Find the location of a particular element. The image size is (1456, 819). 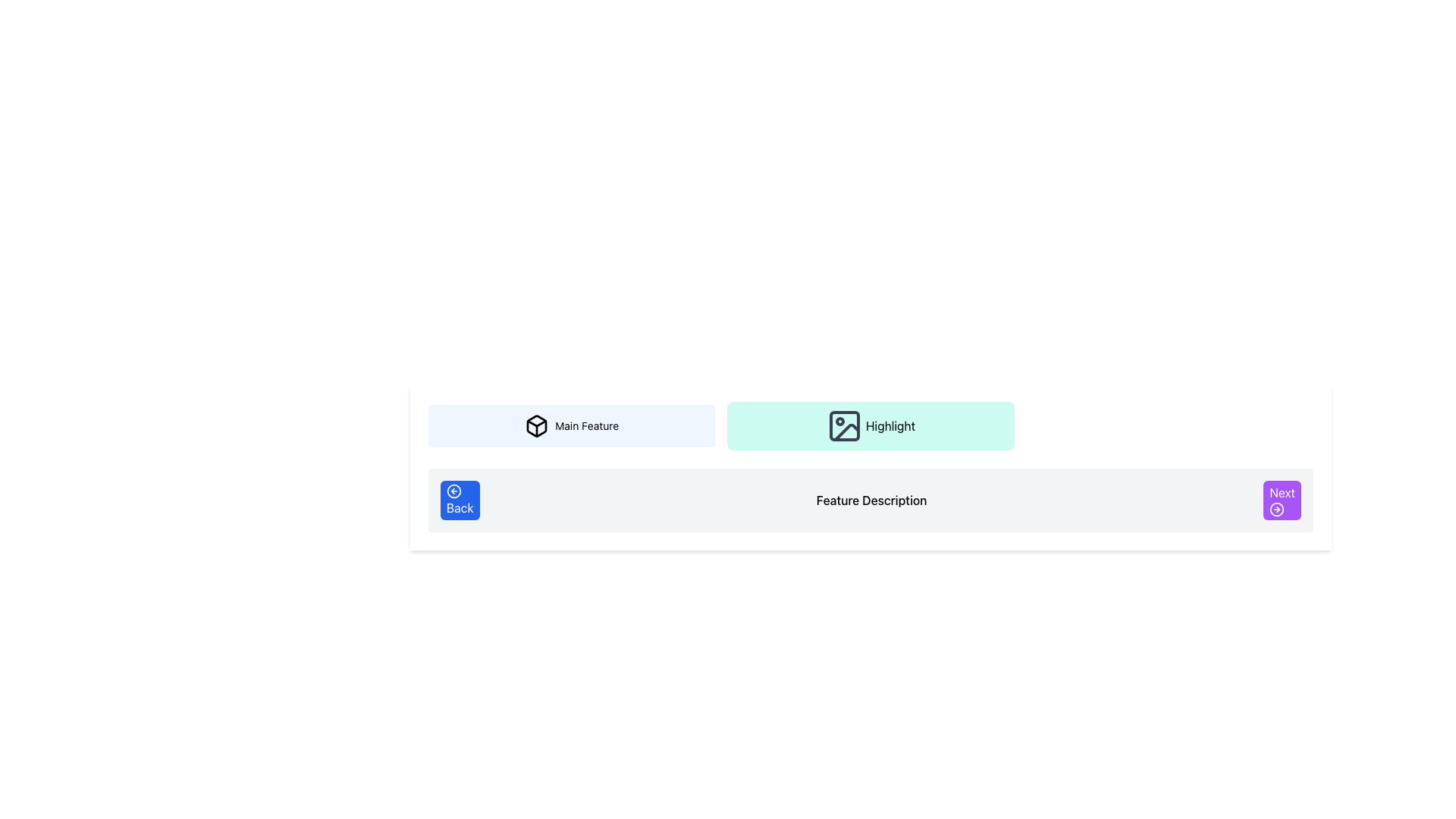

the 'Back' button which features a backward navigation SVG icon, located on the left side of the bottom navigation bar is located at coordinates (453, 491).